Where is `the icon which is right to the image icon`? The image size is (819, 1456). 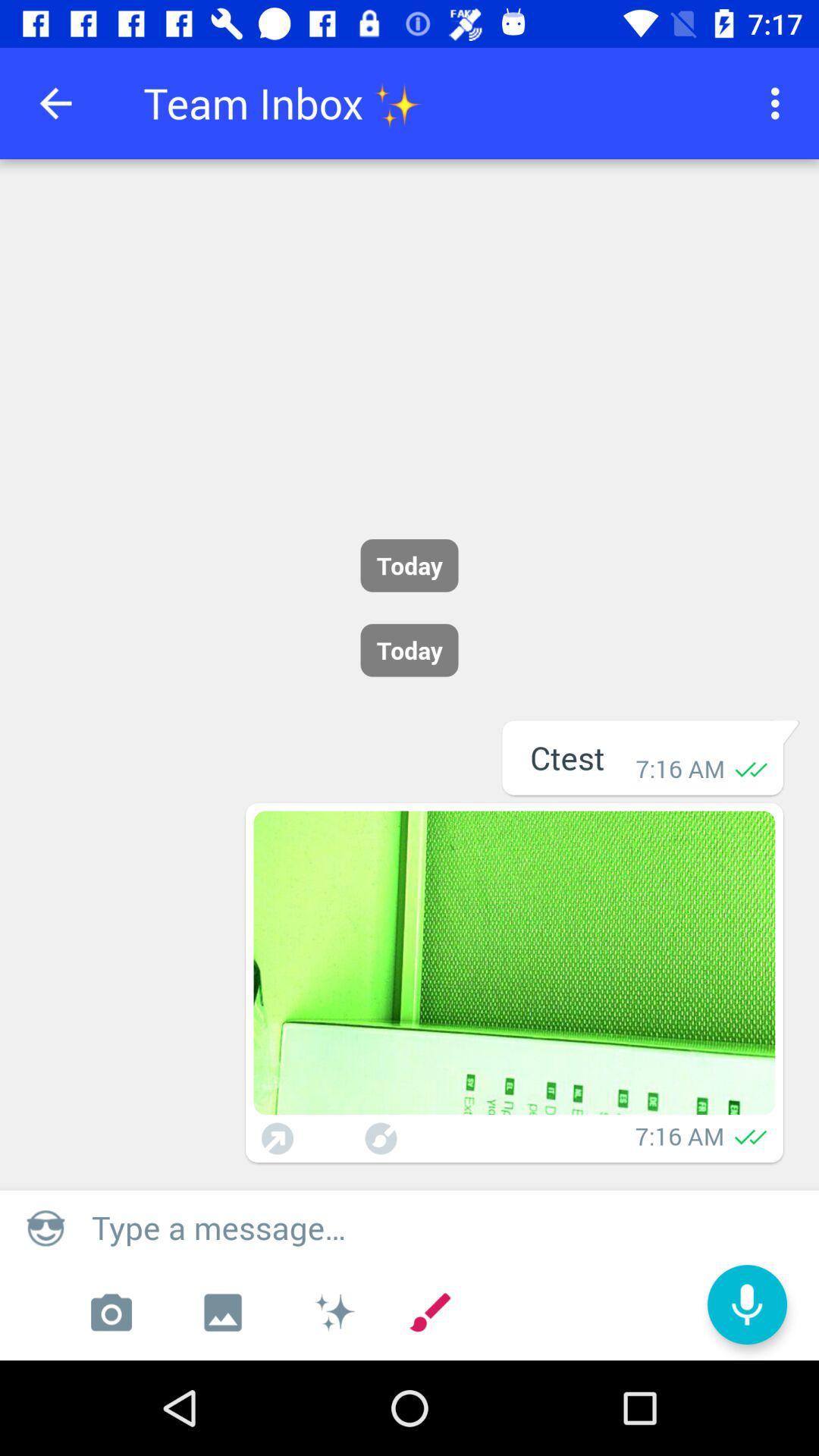 the icon which is right to the image icon is located at coordinates (333, 1312).